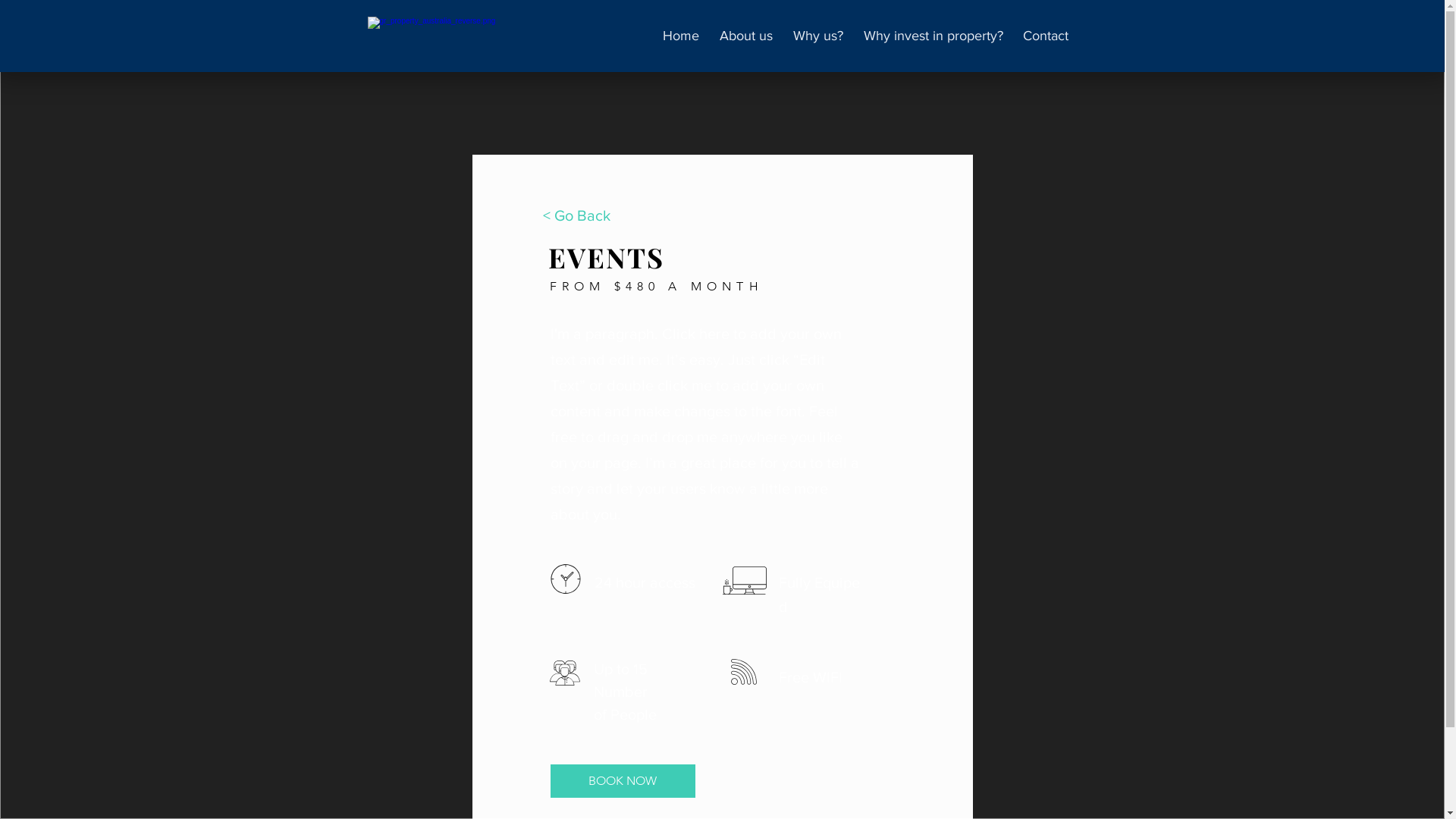 Image resolution: width=1456 pixels, height=819 pixels. Describe the element at coordinates (576, 215) in the screenshot. I see `'< Go Back'` at that location.